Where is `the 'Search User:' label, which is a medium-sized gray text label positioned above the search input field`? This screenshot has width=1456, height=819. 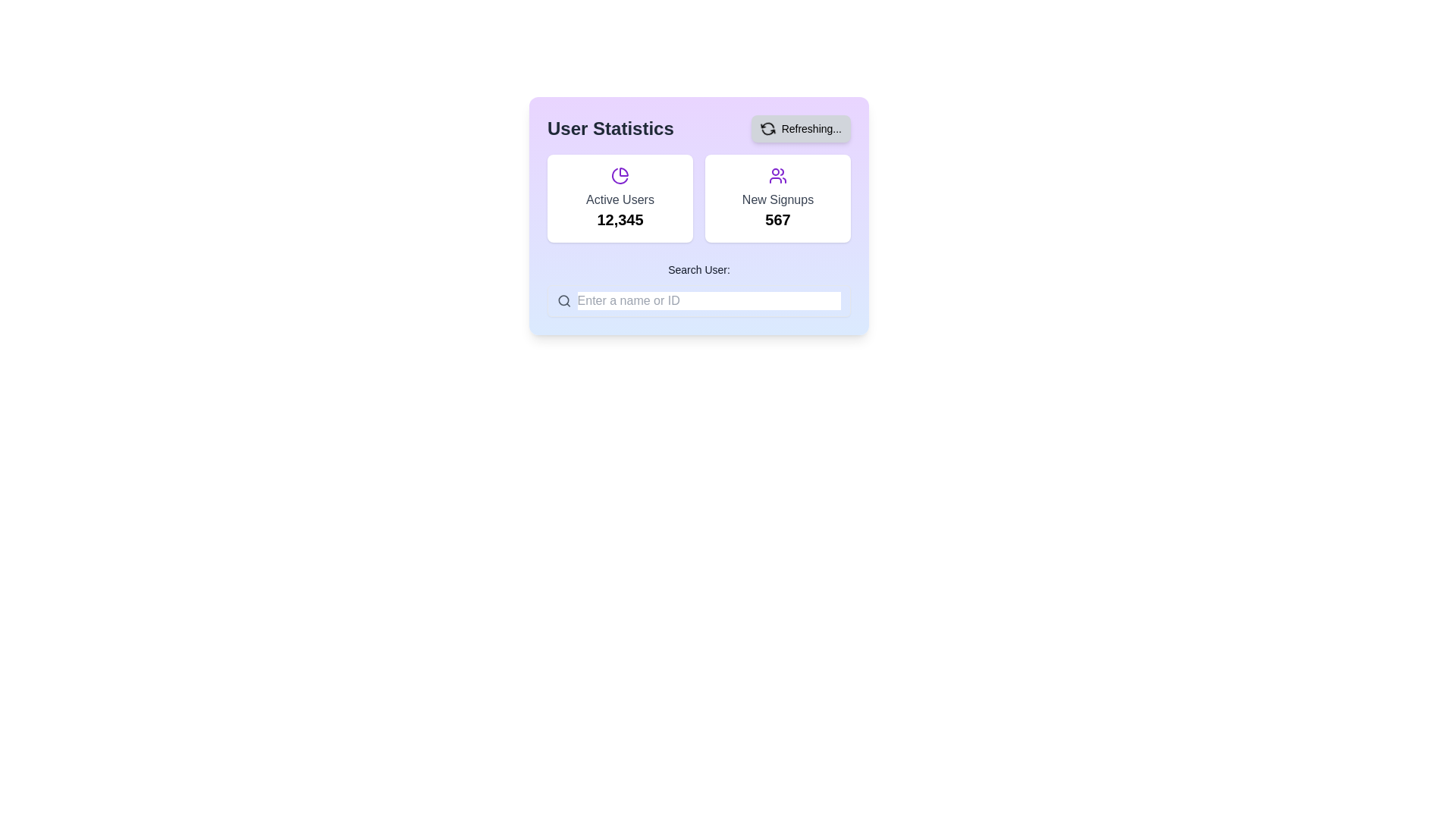 the 'Search User:' label, which is a medium-sized gray text label positioned above the search input field is located at coordinates (698, 268).